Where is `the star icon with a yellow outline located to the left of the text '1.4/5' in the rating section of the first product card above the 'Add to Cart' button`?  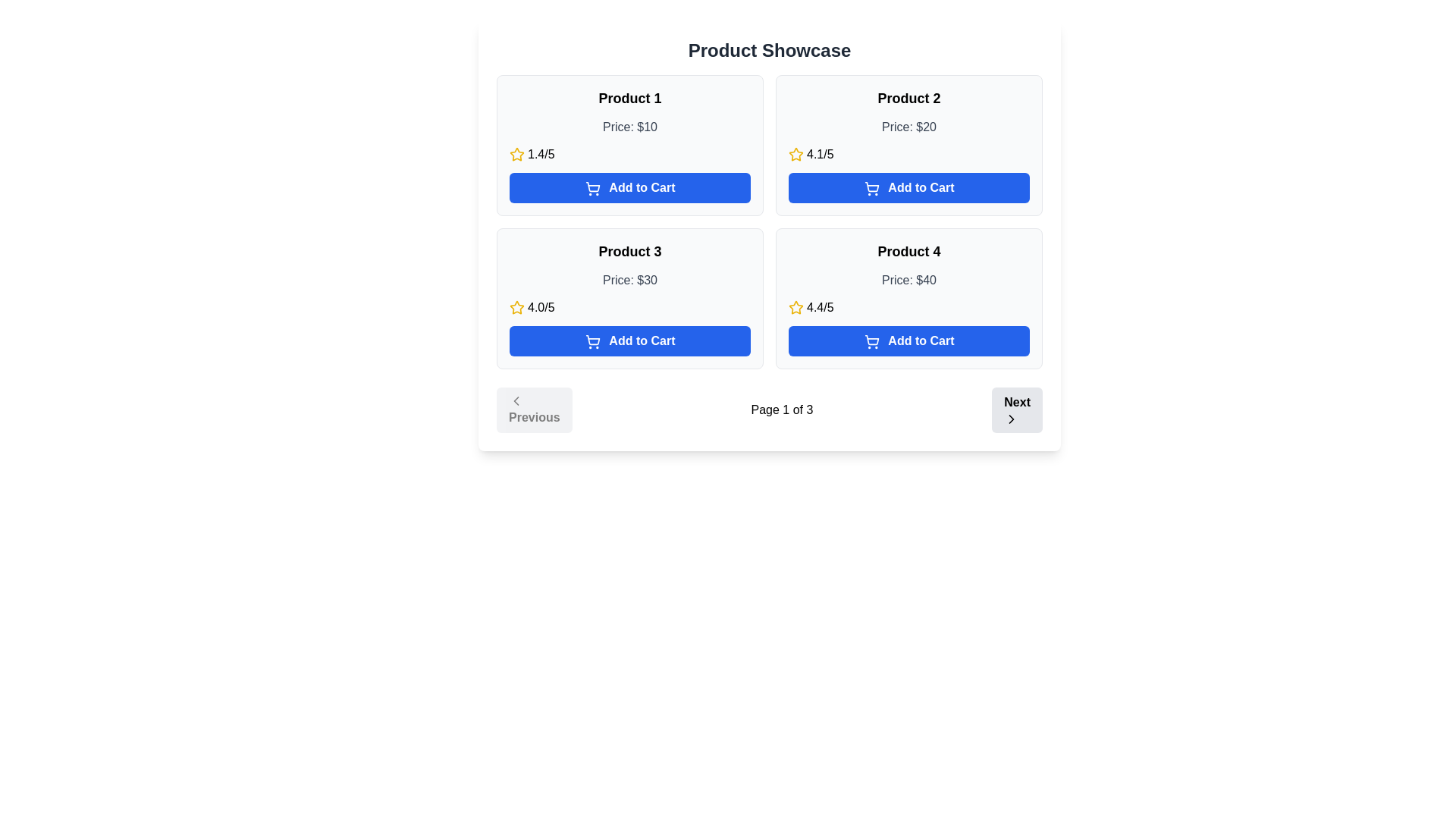 the star icon with a yellow outline located to the left of the text '1.4/5' in the rating section of the first product card above the 'Add to Cart' button is located at coordinates (516, 155).